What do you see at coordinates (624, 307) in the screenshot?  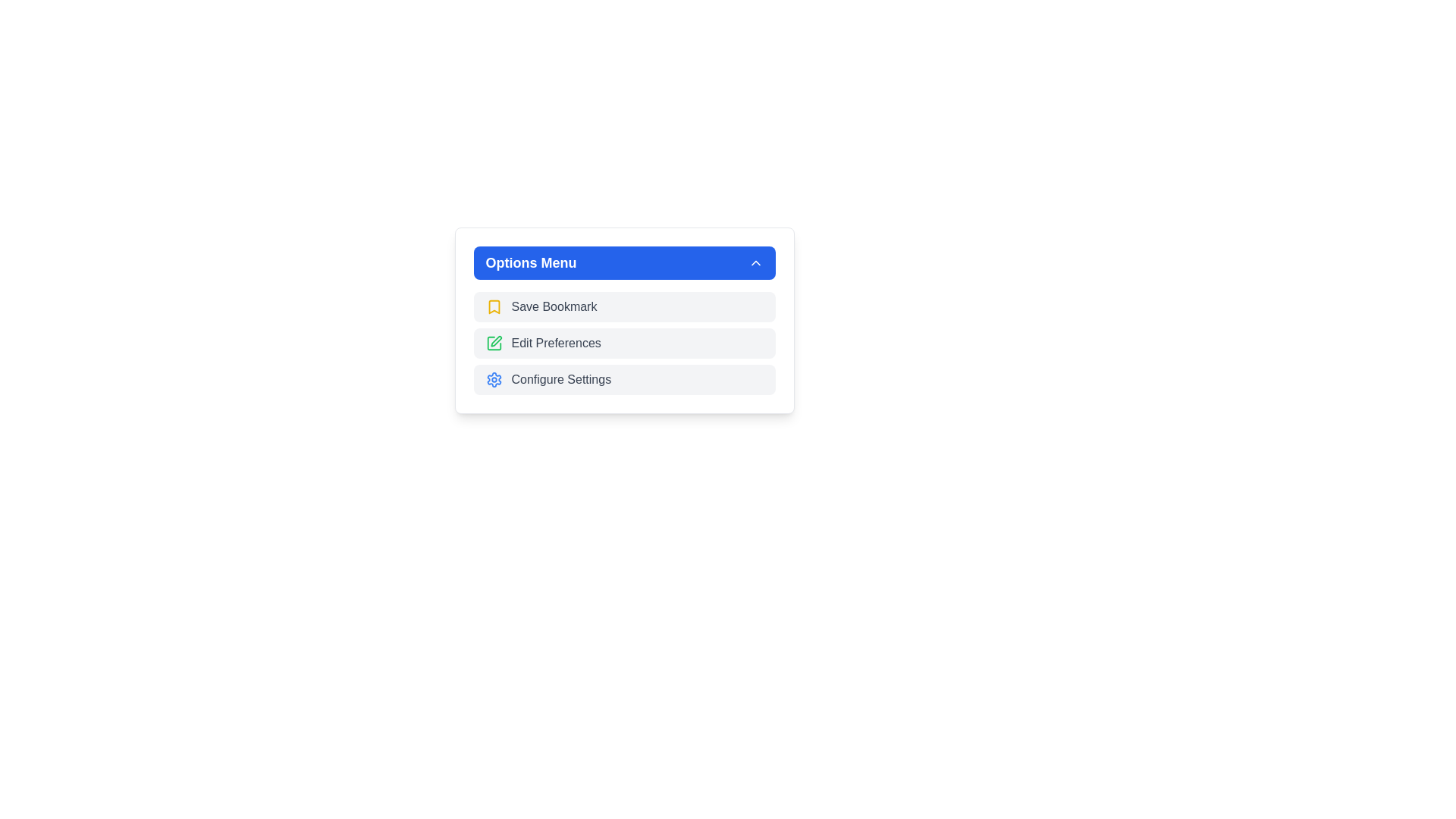 I see `the 'Save Bookmark' button located within the 'Options Menu' to change its background color` at bounding box center [624, 307].